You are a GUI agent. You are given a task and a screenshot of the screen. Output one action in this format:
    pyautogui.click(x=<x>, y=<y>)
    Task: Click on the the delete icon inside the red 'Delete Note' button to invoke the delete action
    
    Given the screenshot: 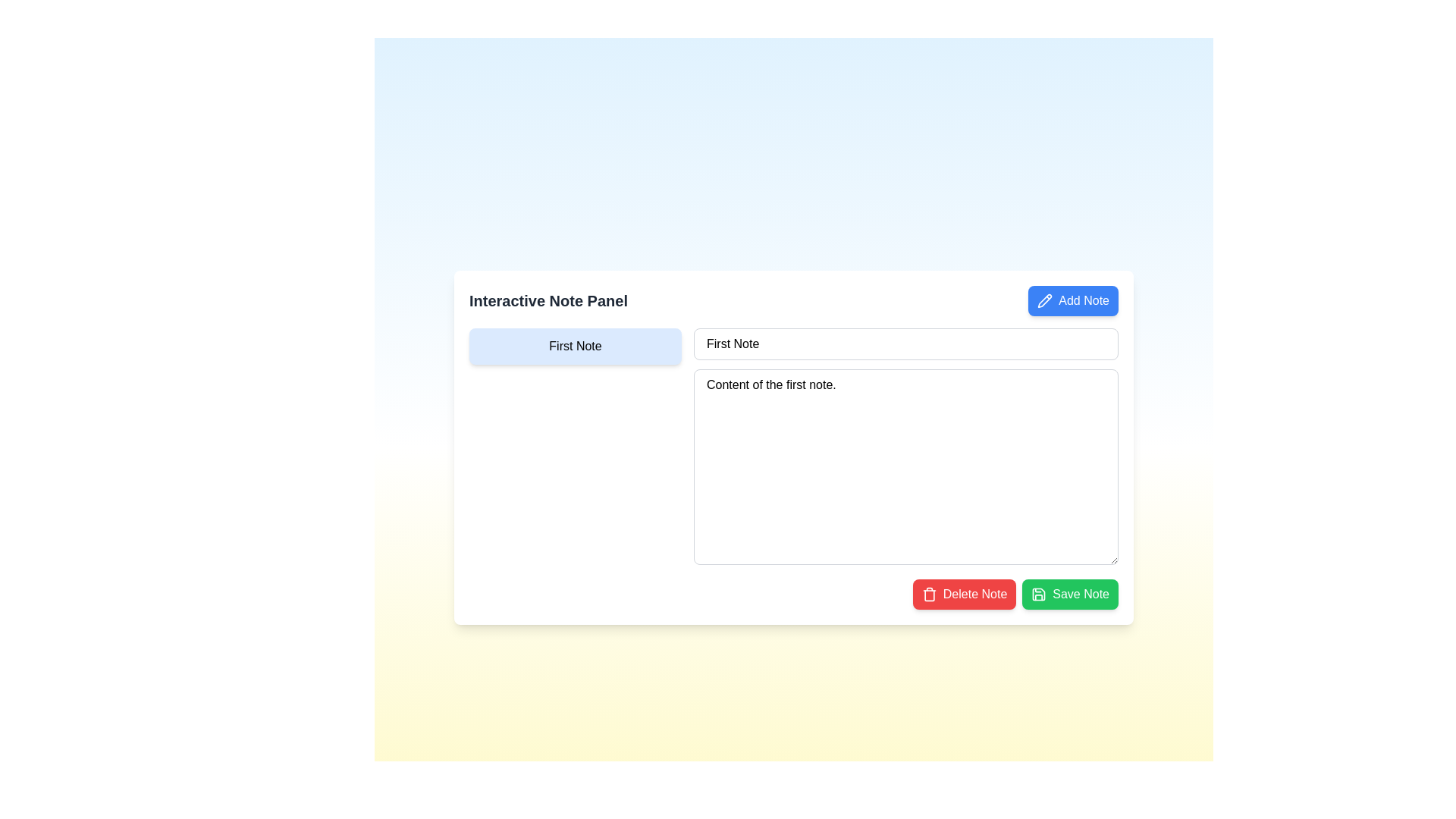 What is the action you would take?
    pyautogui.click(x=928, y=593)
    